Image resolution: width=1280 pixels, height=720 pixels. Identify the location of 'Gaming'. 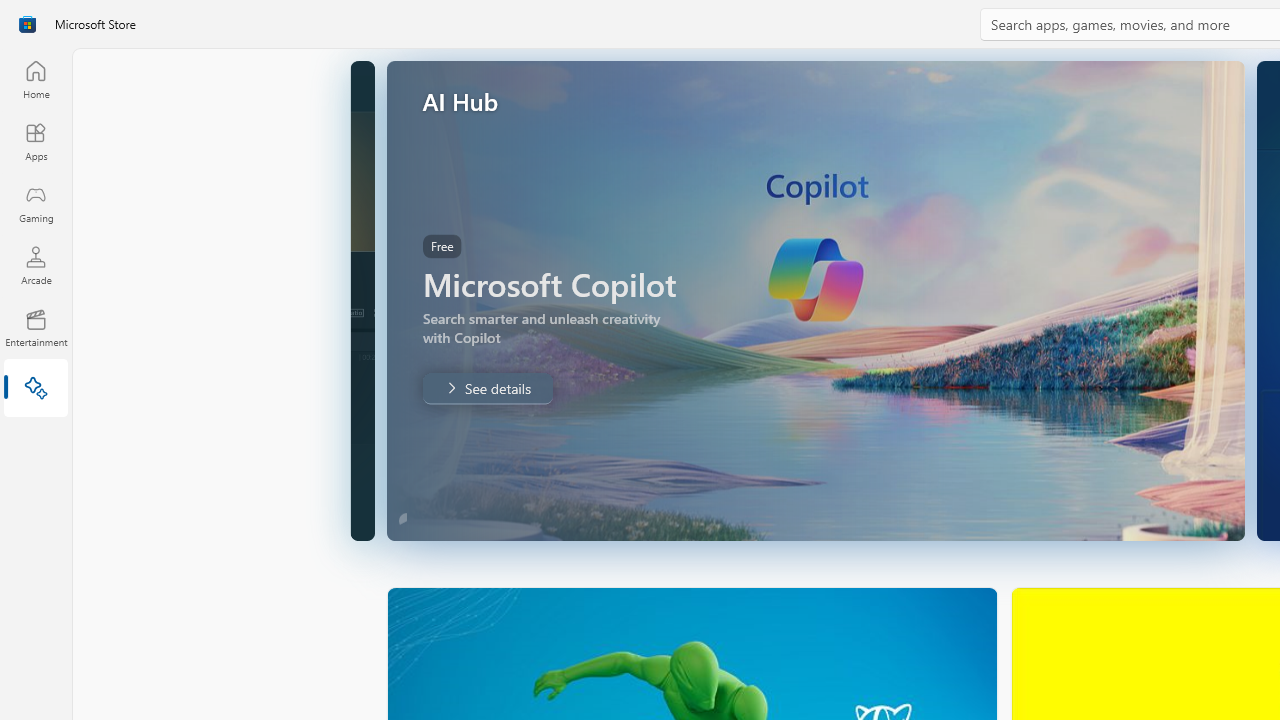
(35, 203).